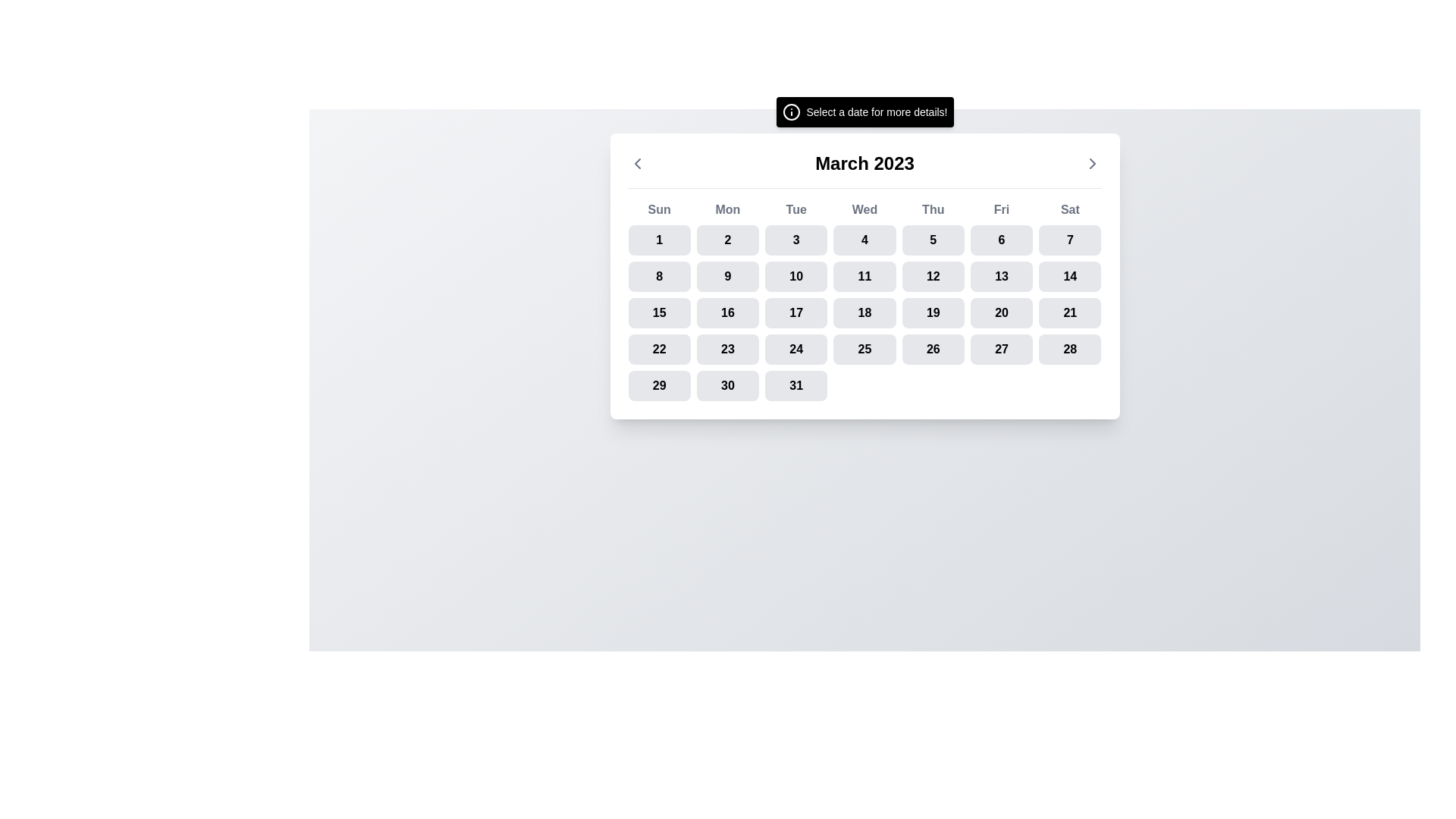 The image size is (1456, 819). What do you see at coordinates (795, 239) in the screenshot?
I see `the button representing Tuesday, the 3rd day of the month in the calendar interface` at bounding box center [795, 239].